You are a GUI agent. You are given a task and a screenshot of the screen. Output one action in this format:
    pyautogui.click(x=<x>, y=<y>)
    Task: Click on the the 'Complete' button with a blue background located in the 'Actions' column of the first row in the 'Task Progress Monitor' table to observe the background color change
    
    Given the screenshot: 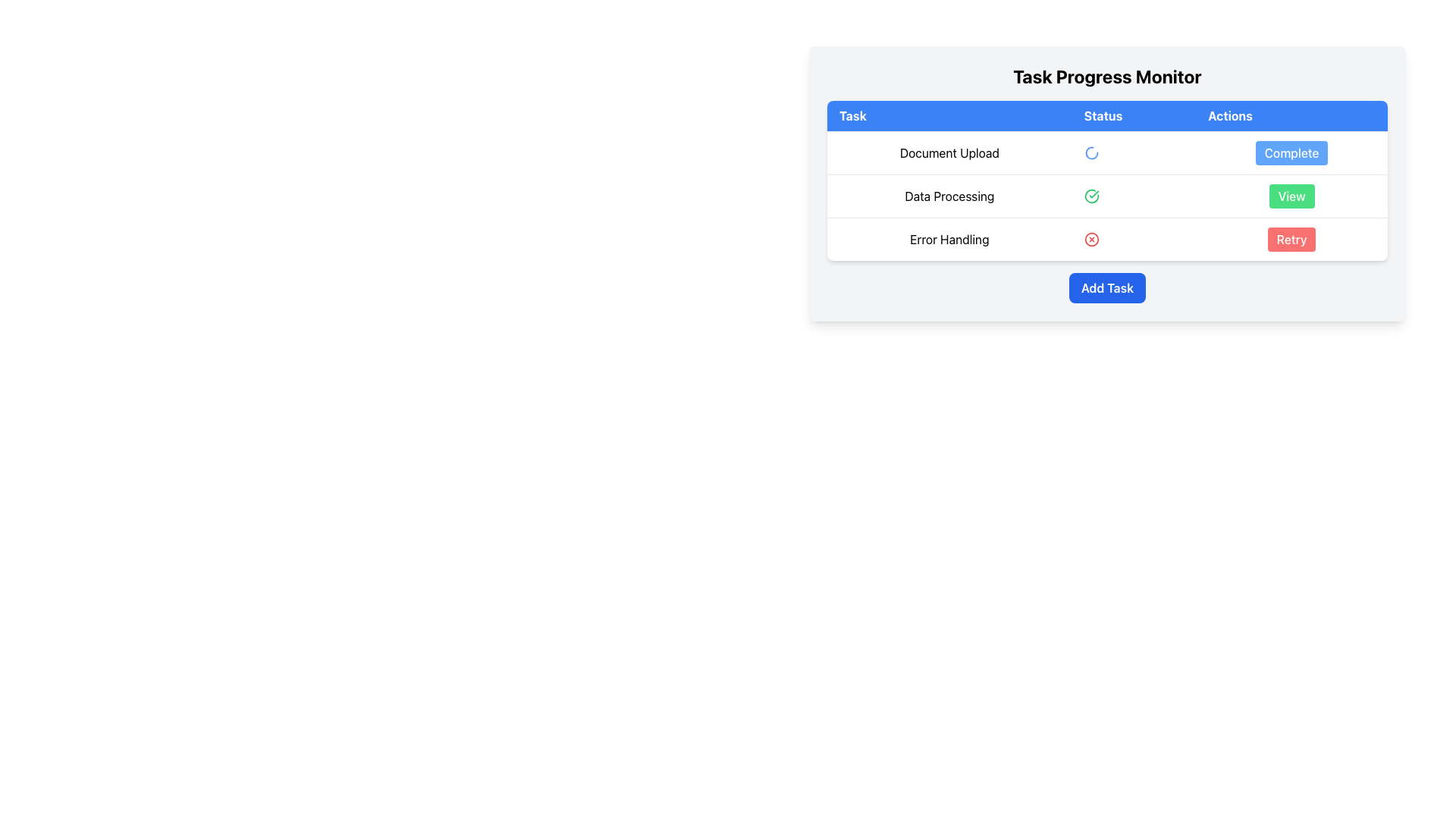 What is the action you would take?
    pyautogui.click(x=1291, y=152)
    